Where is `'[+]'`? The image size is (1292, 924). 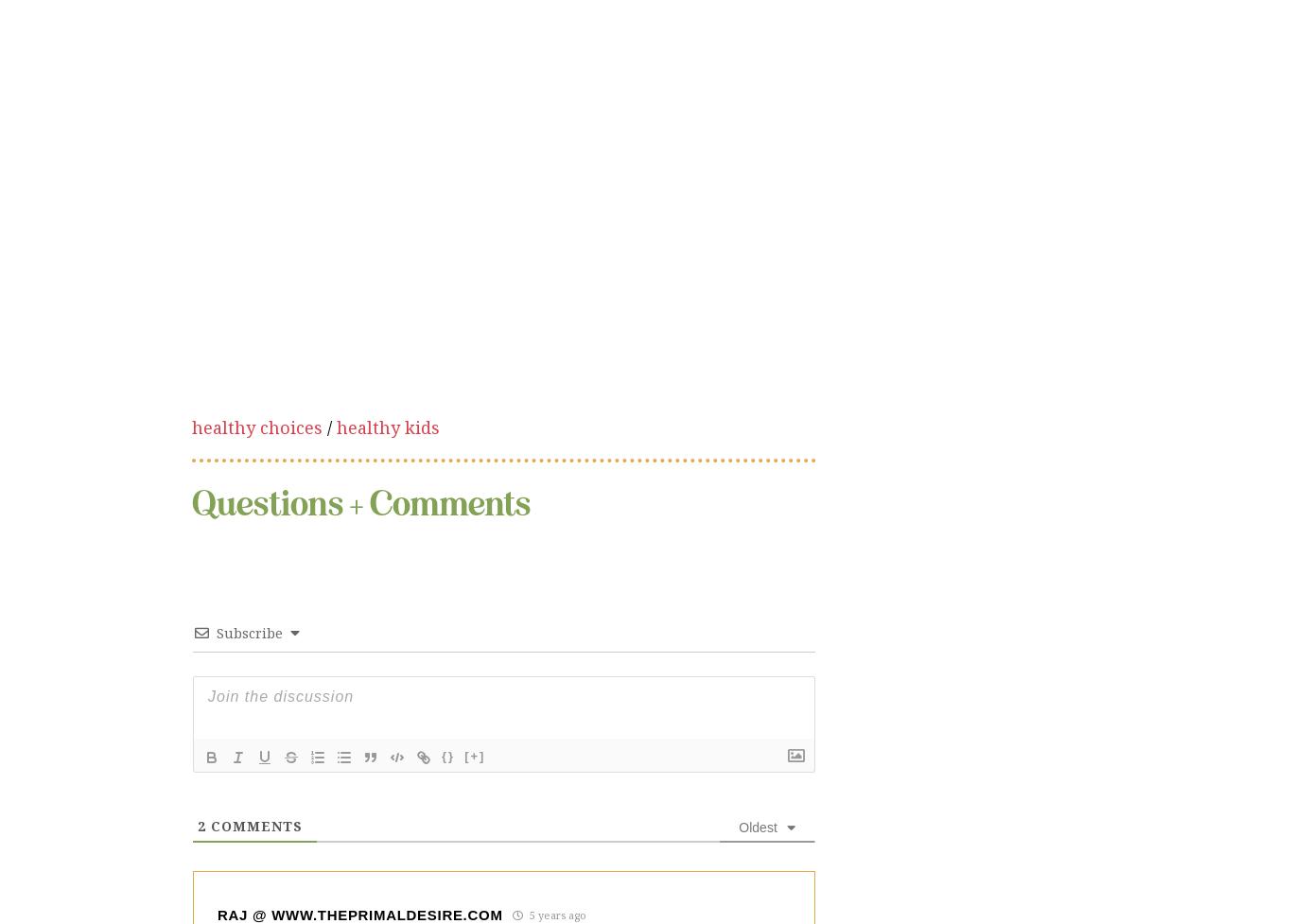
'[+]' is located at coordinates (475, 599).